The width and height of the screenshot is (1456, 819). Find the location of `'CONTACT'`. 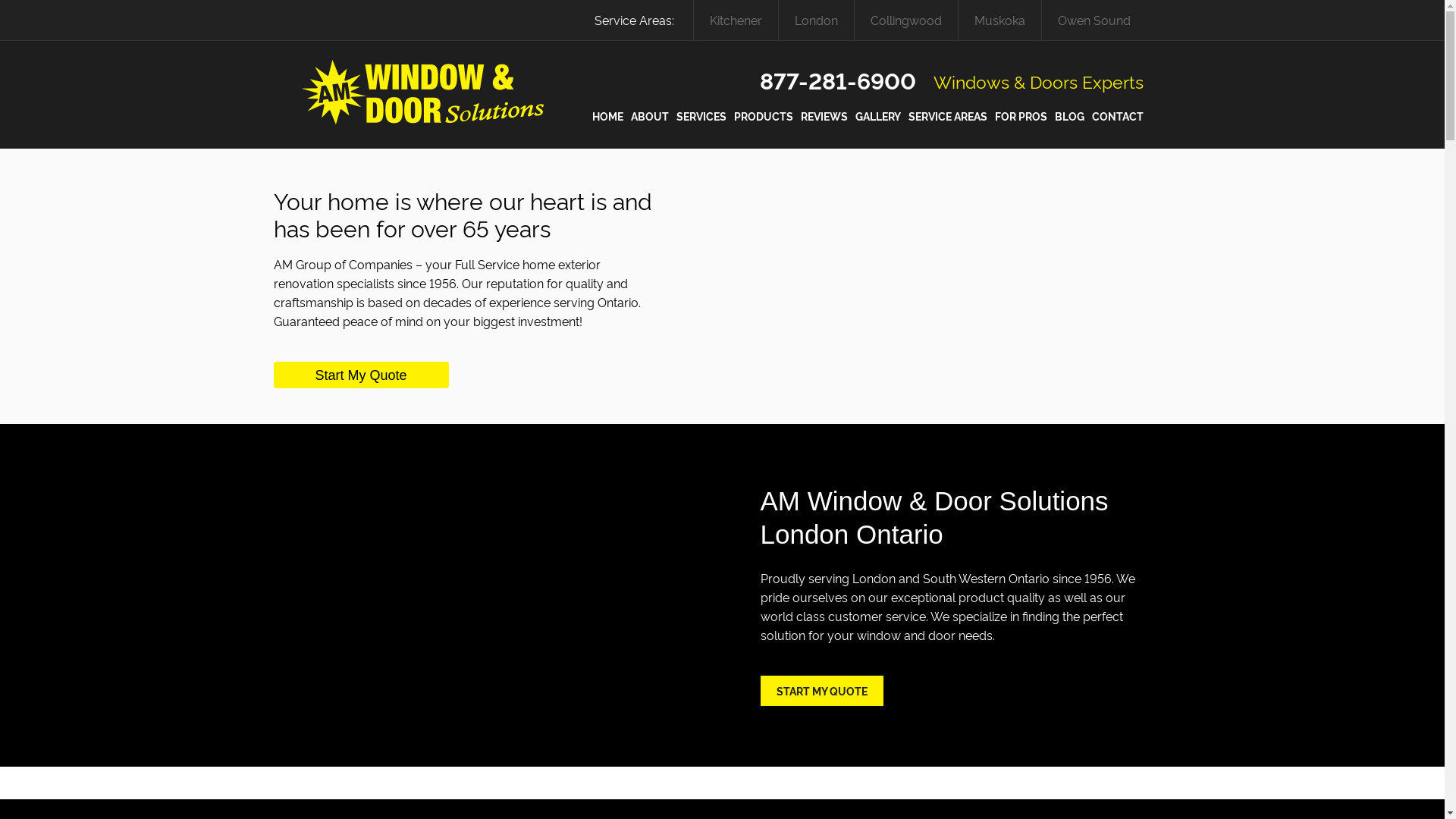

'CONTACT' is located at coordinates (1117, 115).